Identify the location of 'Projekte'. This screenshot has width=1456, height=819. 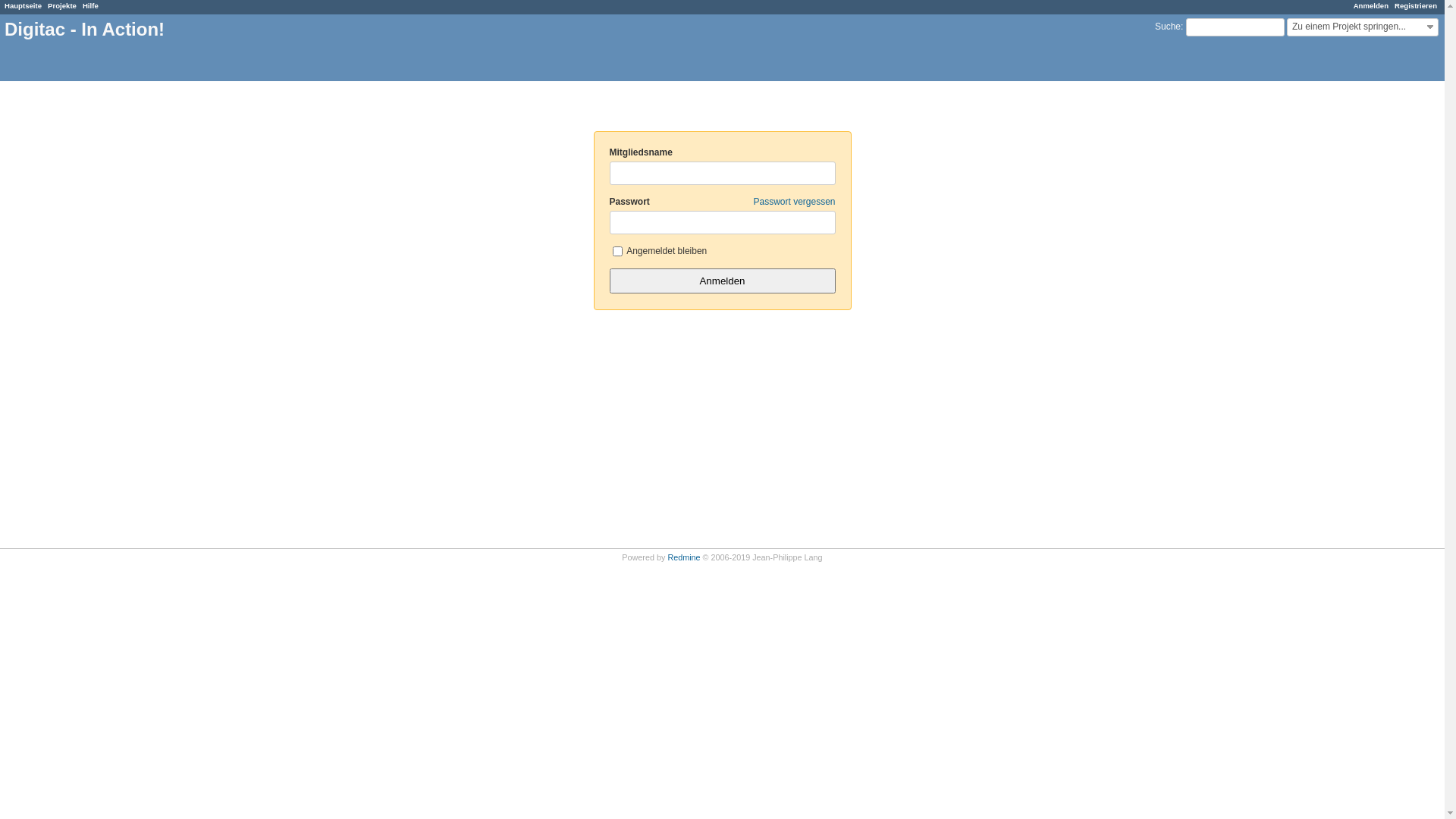
(61, 5).